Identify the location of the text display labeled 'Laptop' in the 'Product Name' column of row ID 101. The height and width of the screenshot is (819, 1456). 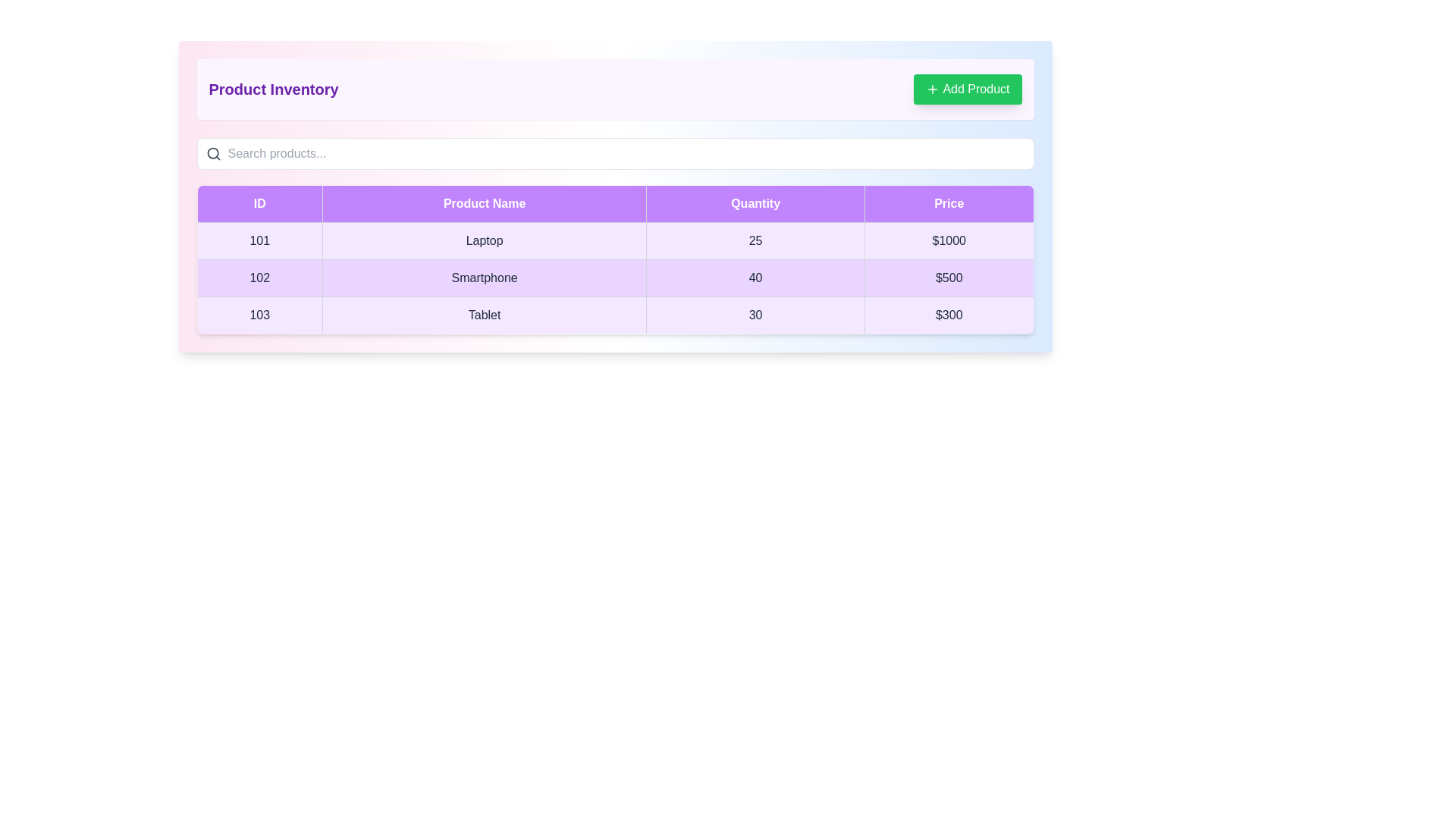
(484, 240).